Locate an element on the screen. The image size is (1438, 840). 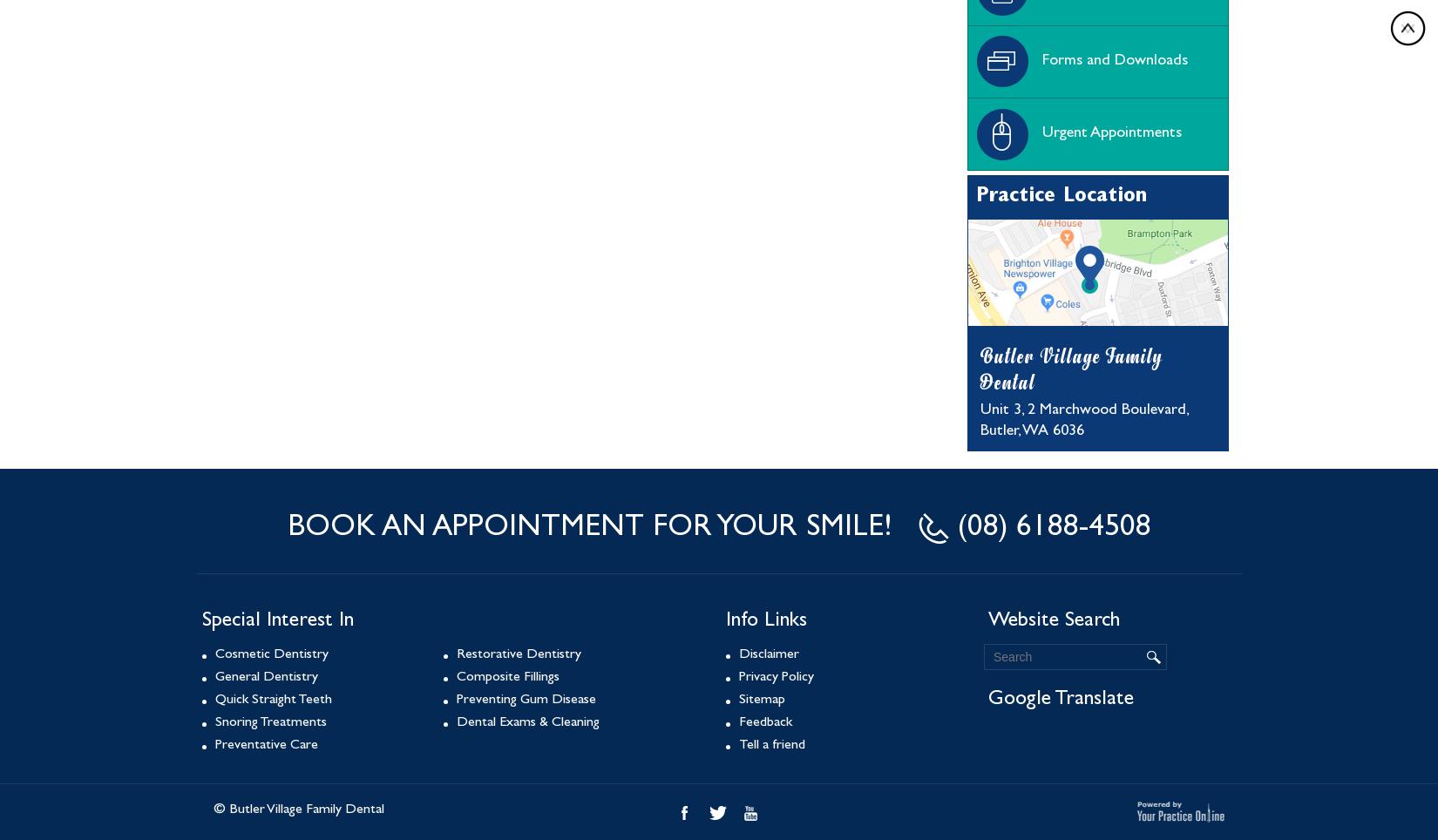
'Book an Appointment for Your Smile!' is located at coordinates (592, 529).